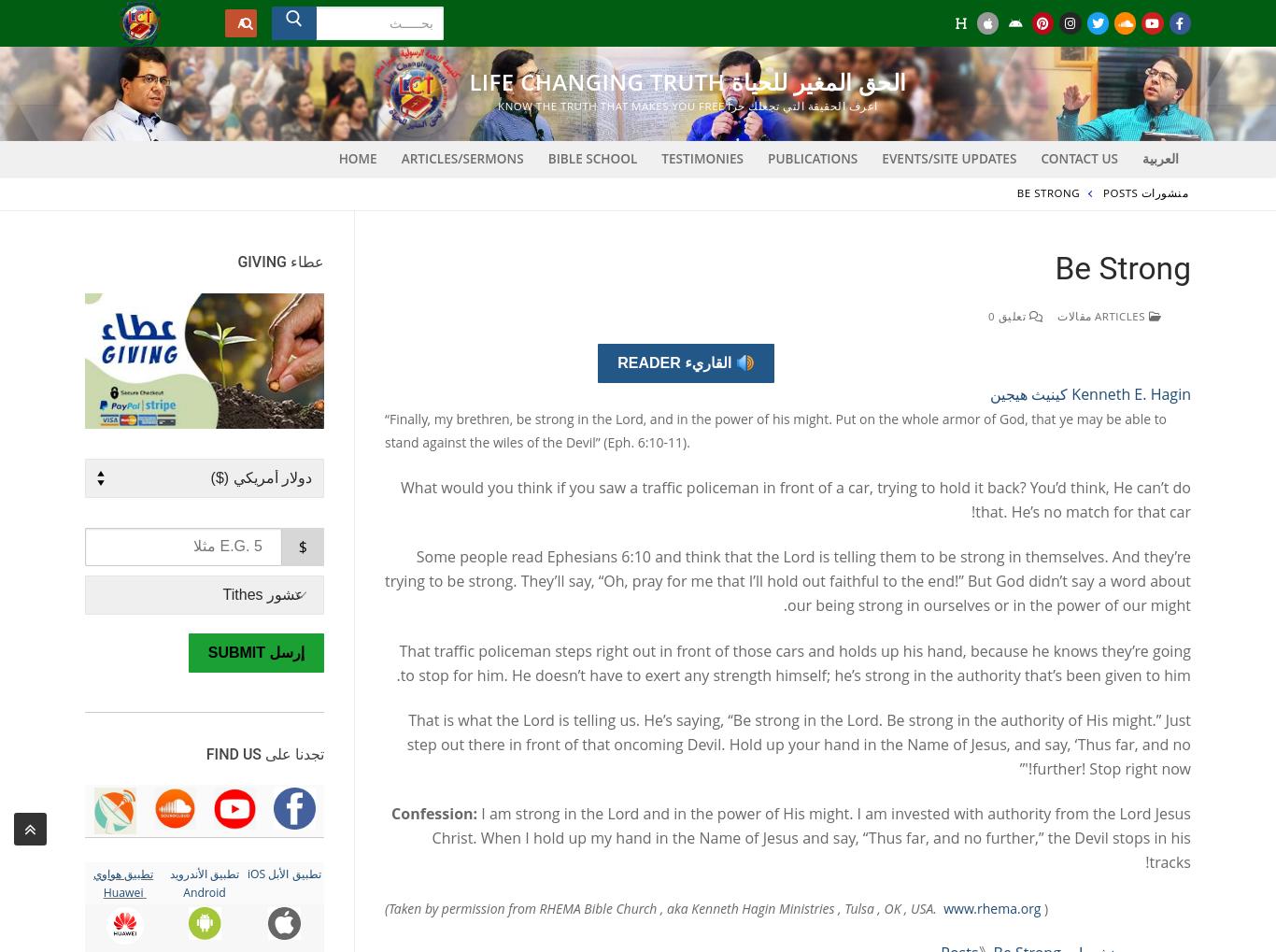 The height and width of the screenshot is (952, 1276). What do you see at coordinates (1079, 158) in the screenshot?
I see `'Contact Us'` at bounding box center [1079, 158].